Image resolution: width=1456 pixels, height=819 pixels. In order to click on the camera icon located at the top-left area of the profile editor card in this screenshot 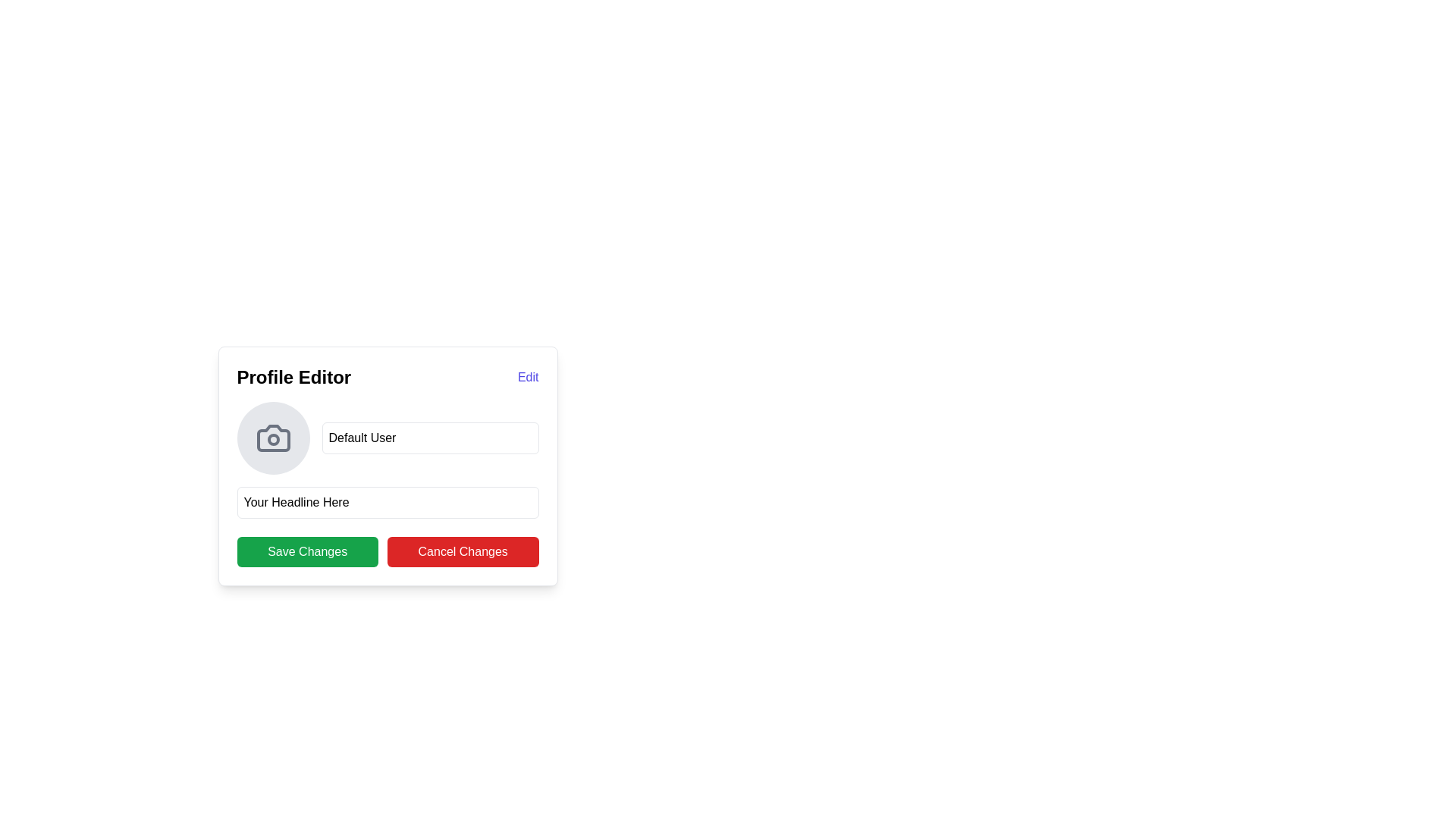, I will do `click(273, 438)`.